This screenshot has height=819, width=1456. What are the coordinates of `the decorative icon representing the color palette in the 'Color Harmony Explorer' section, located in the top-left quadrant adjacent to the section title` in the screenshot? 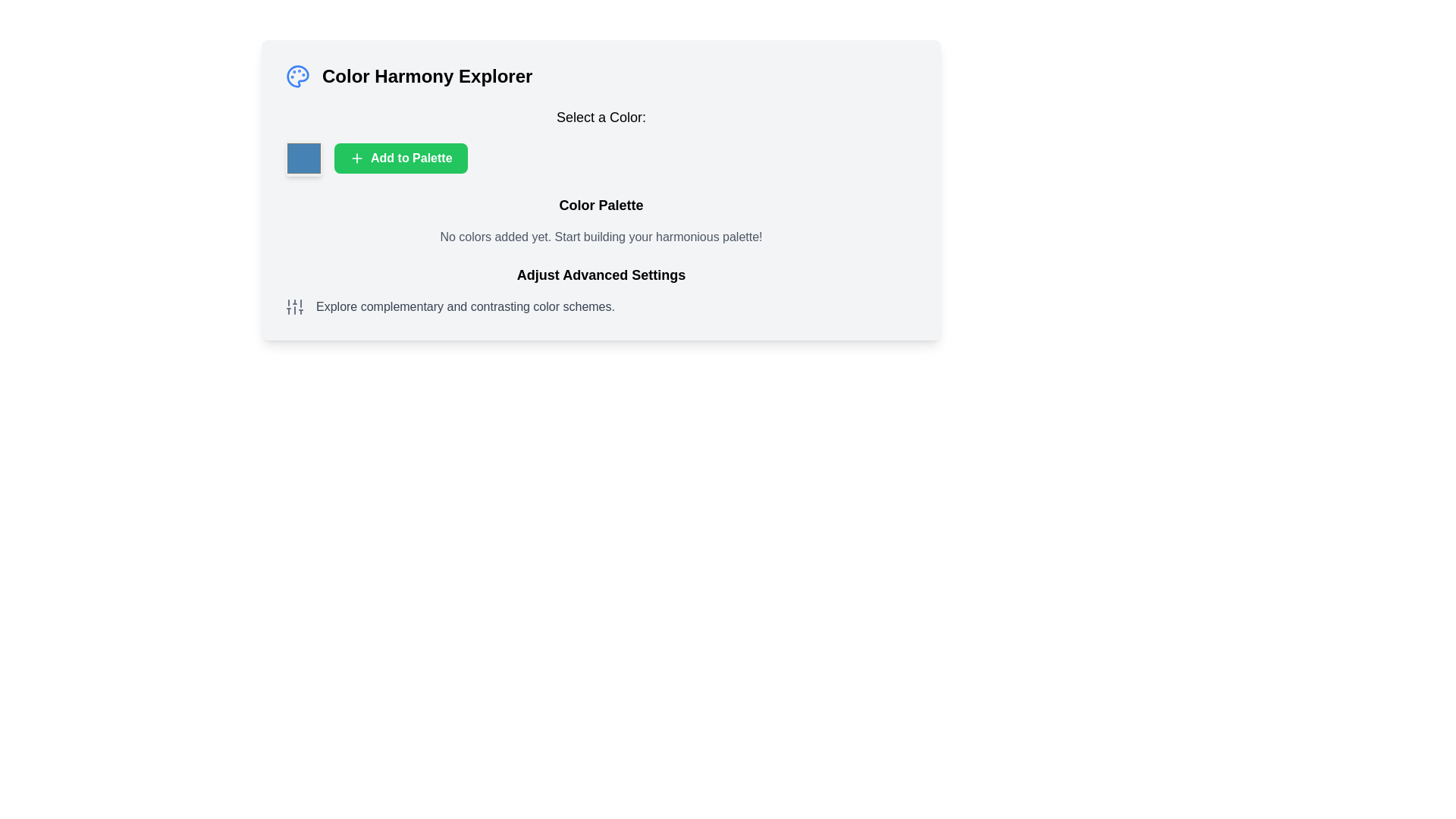 It's located at (298, 76).